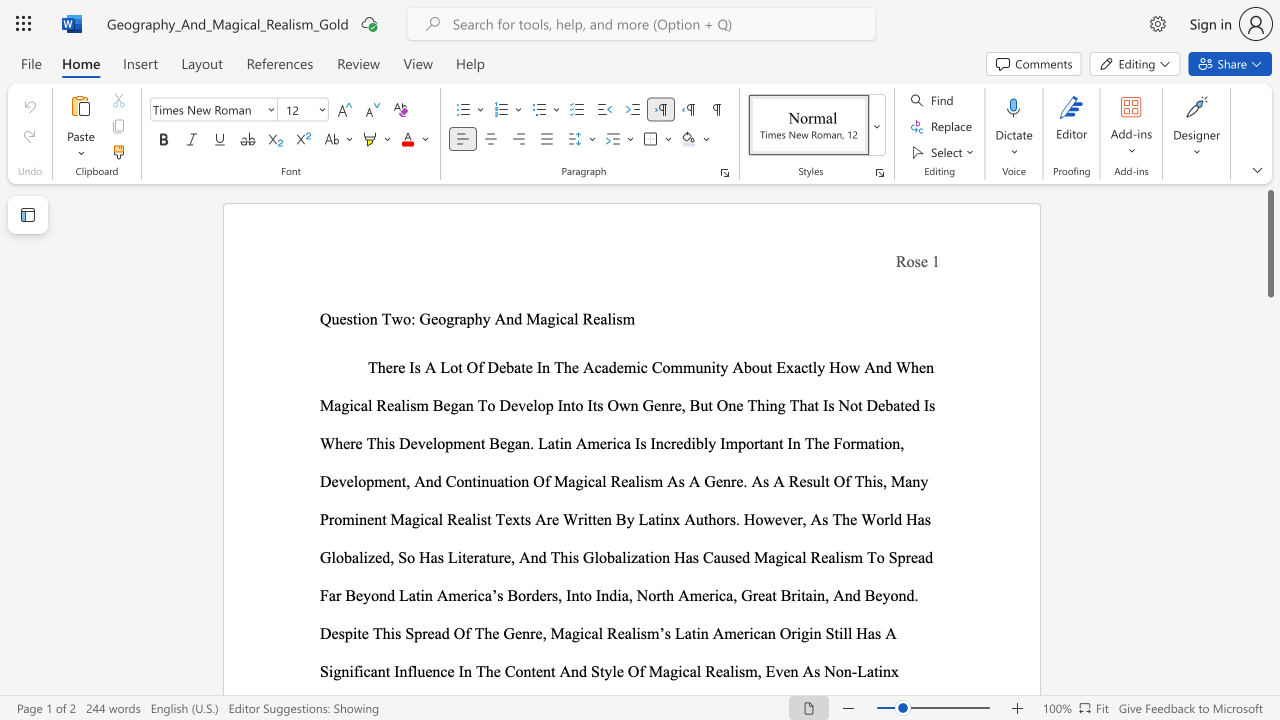 This screenshot has height=720, width=1280. I want to click on the scrollbar to scroll the page down, so click(1269, 380).